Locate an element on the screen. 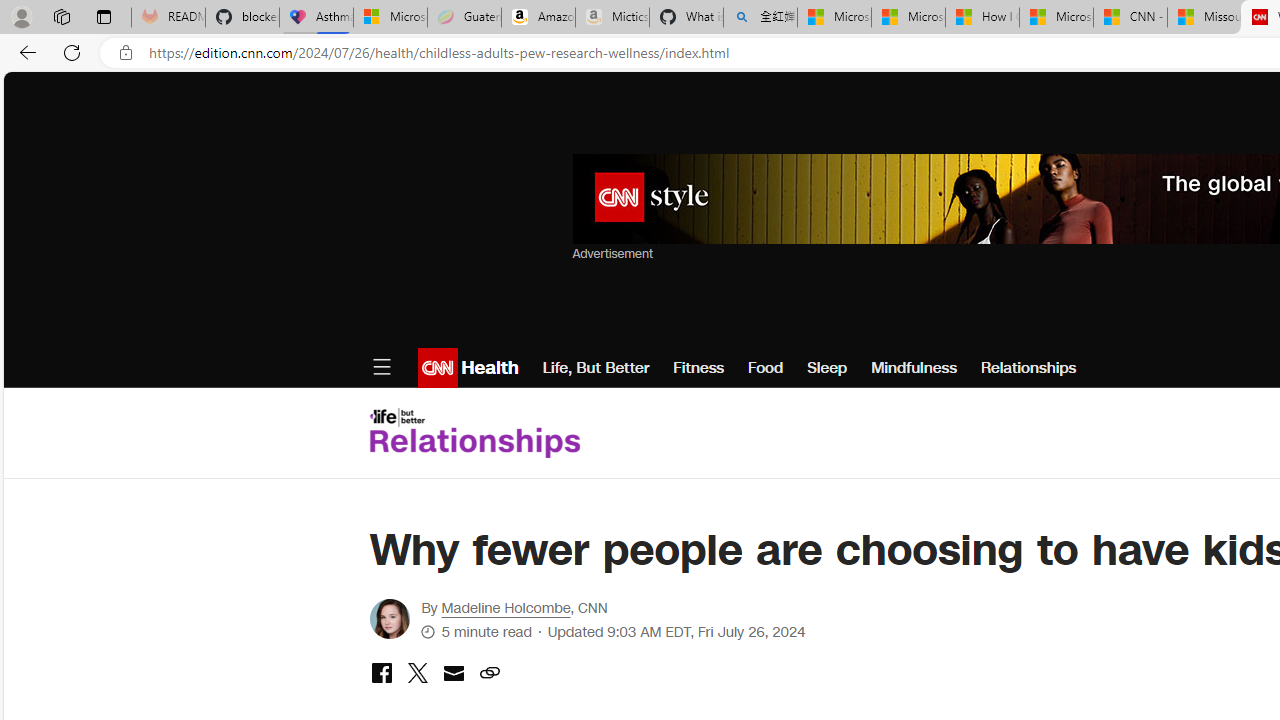 This screenshot has height=720, width=1280. 'share with email' is located at coordinates (452, 675).